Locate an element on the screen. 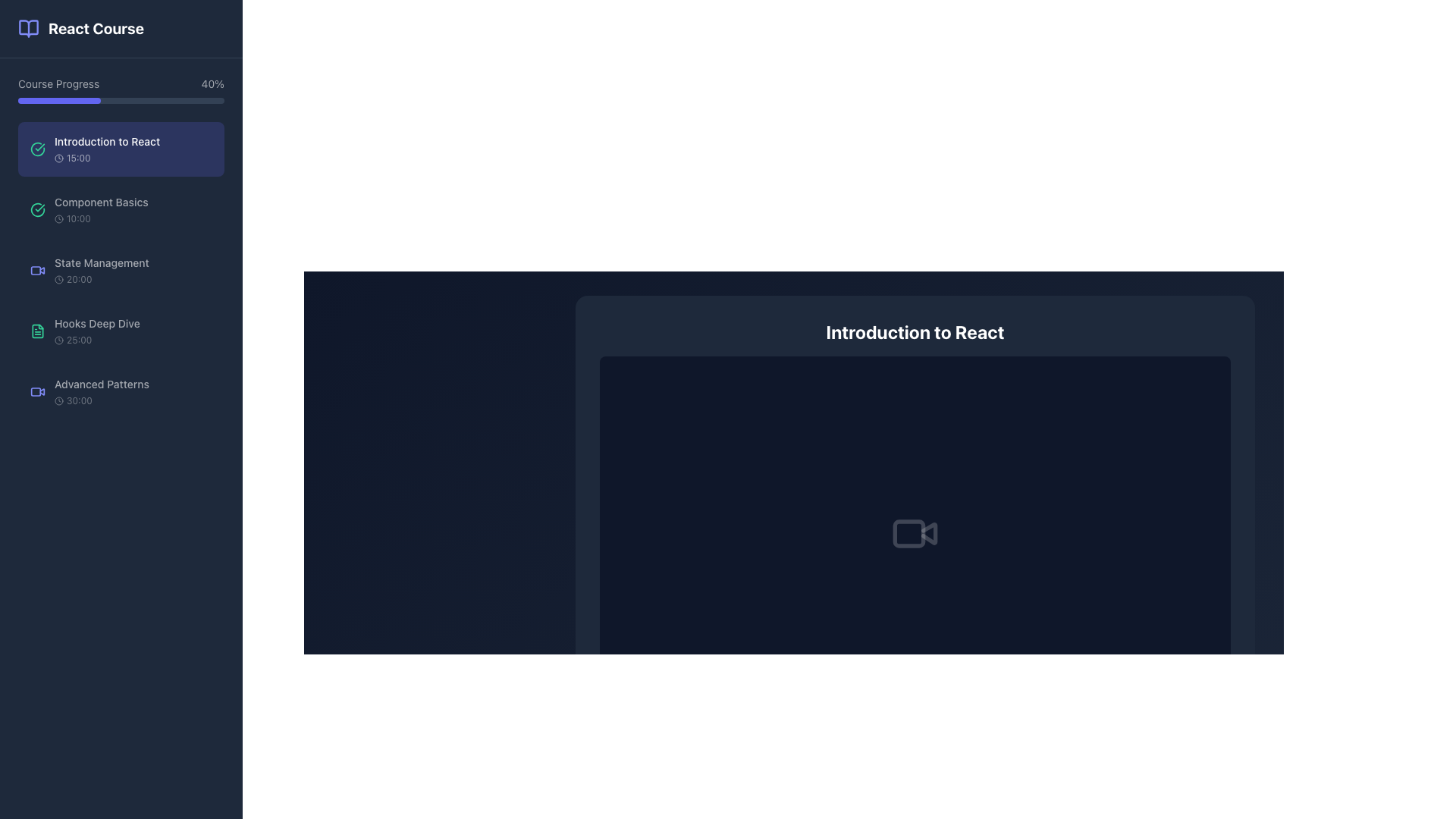  the lesson list item located is located at coordinates (133, 330).